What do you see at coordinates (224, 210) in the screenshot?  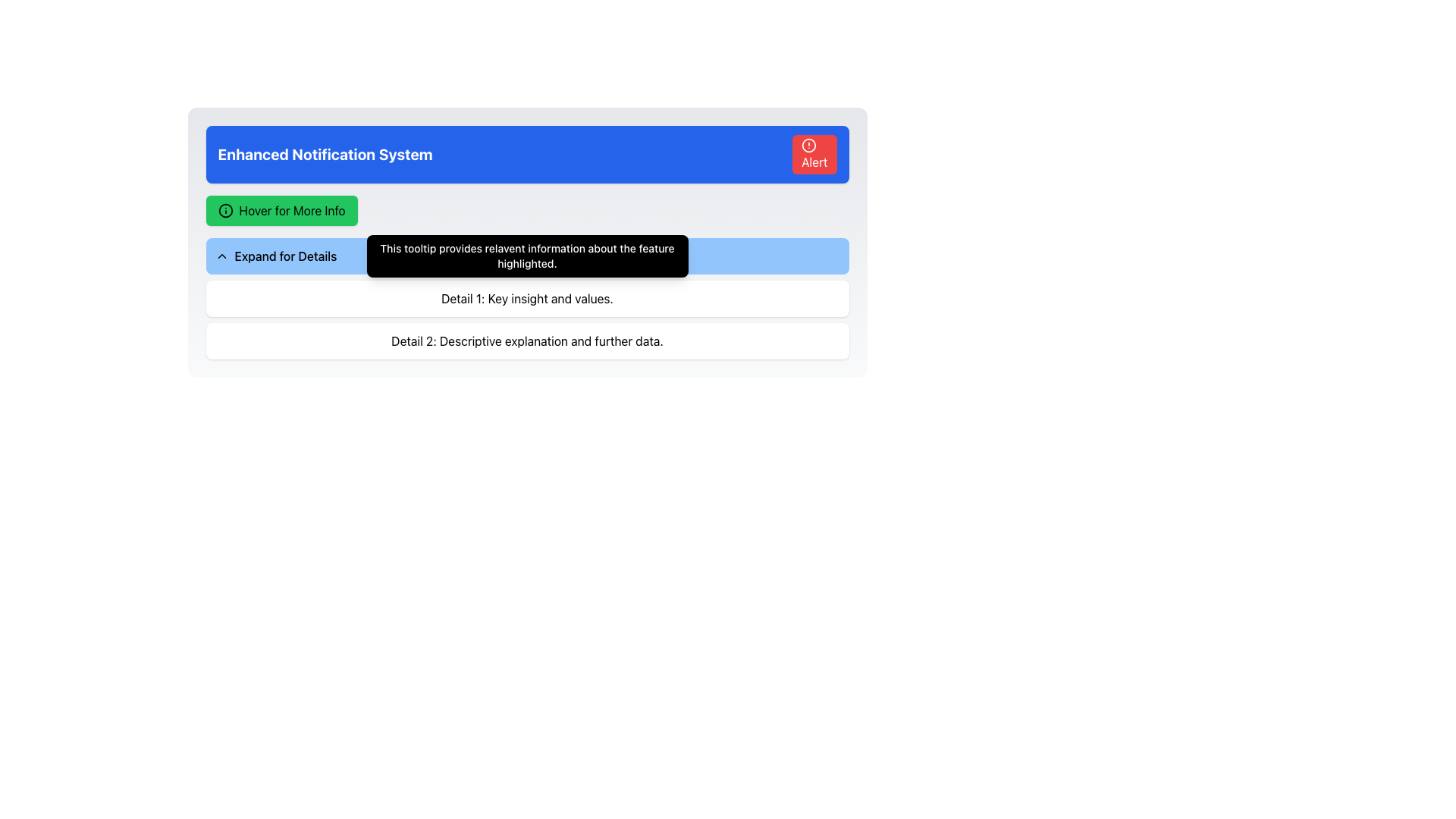 I see `the circular information icon with a green background, located to the left of the 'Hover for More Info' button below the 'Enhanced Notification System' title` at bounding box center [224, 210].